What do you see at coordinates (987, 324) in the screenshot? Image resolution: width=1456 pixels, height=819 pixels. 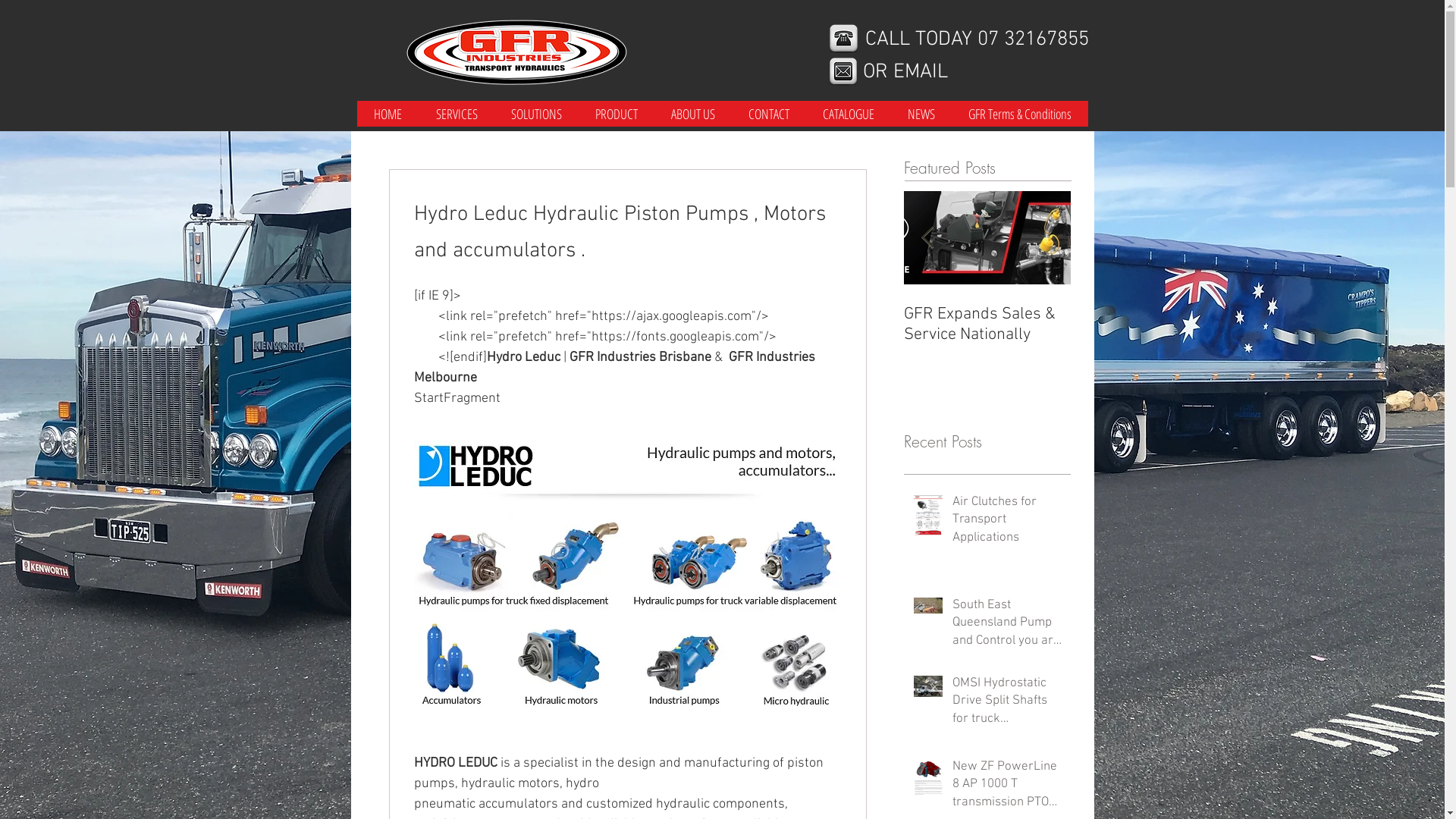 I see `'GFR Expands Sales & Service Nationally'` at bounding box center [987, 324].